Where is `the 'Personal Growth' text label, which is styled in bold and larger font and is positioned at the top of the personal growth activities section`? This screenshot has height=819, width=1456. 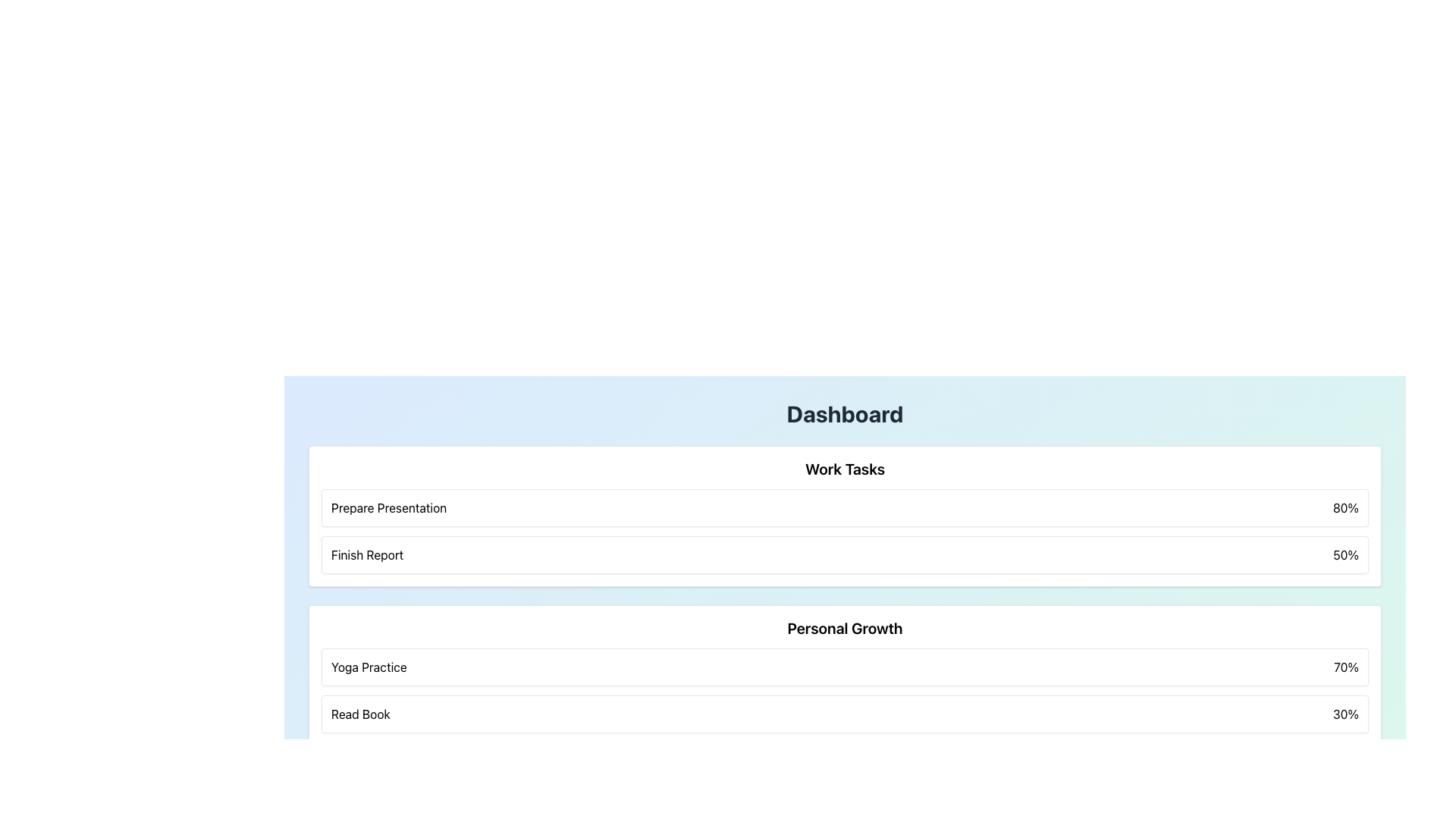
the 'Personal Growth' text label, which is styled in bold and larger font and is positioned at the top of the personal growth activities section is located at coordinates (844, 629).